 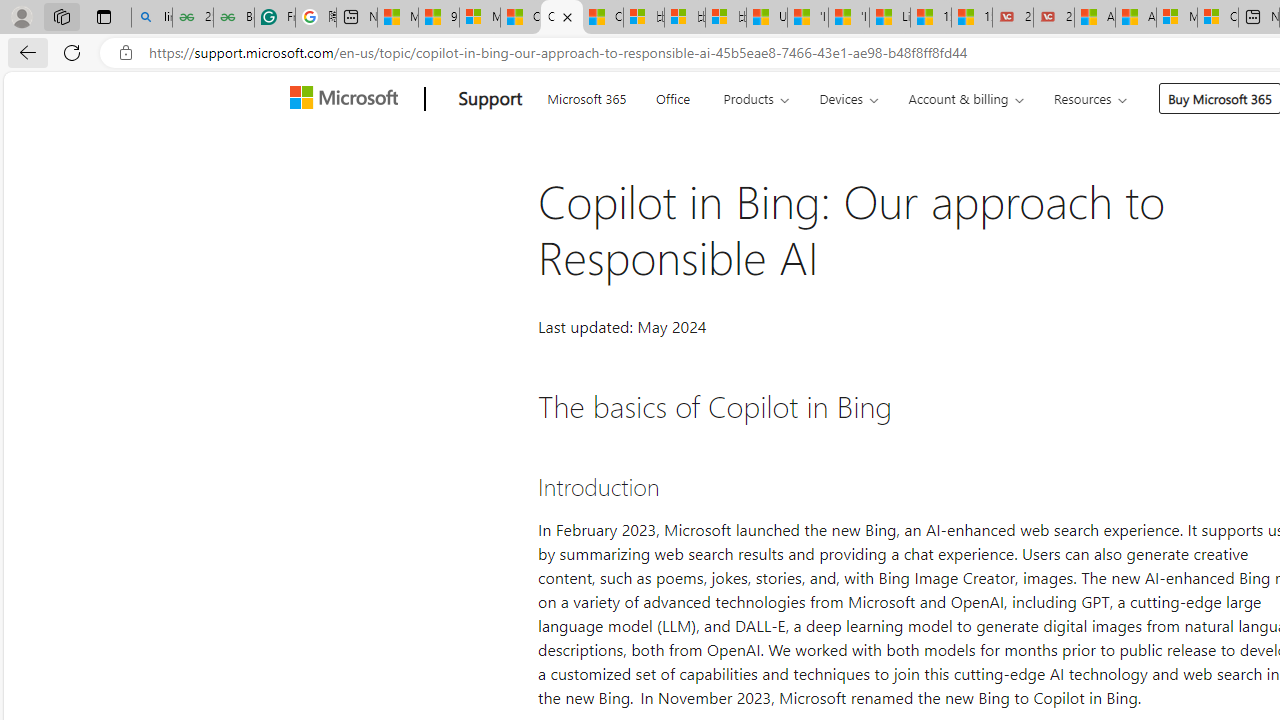 What do you see at coordinates (672, 96) in the screenshot?
I see `'Office'` at bounding box center [672, 96].